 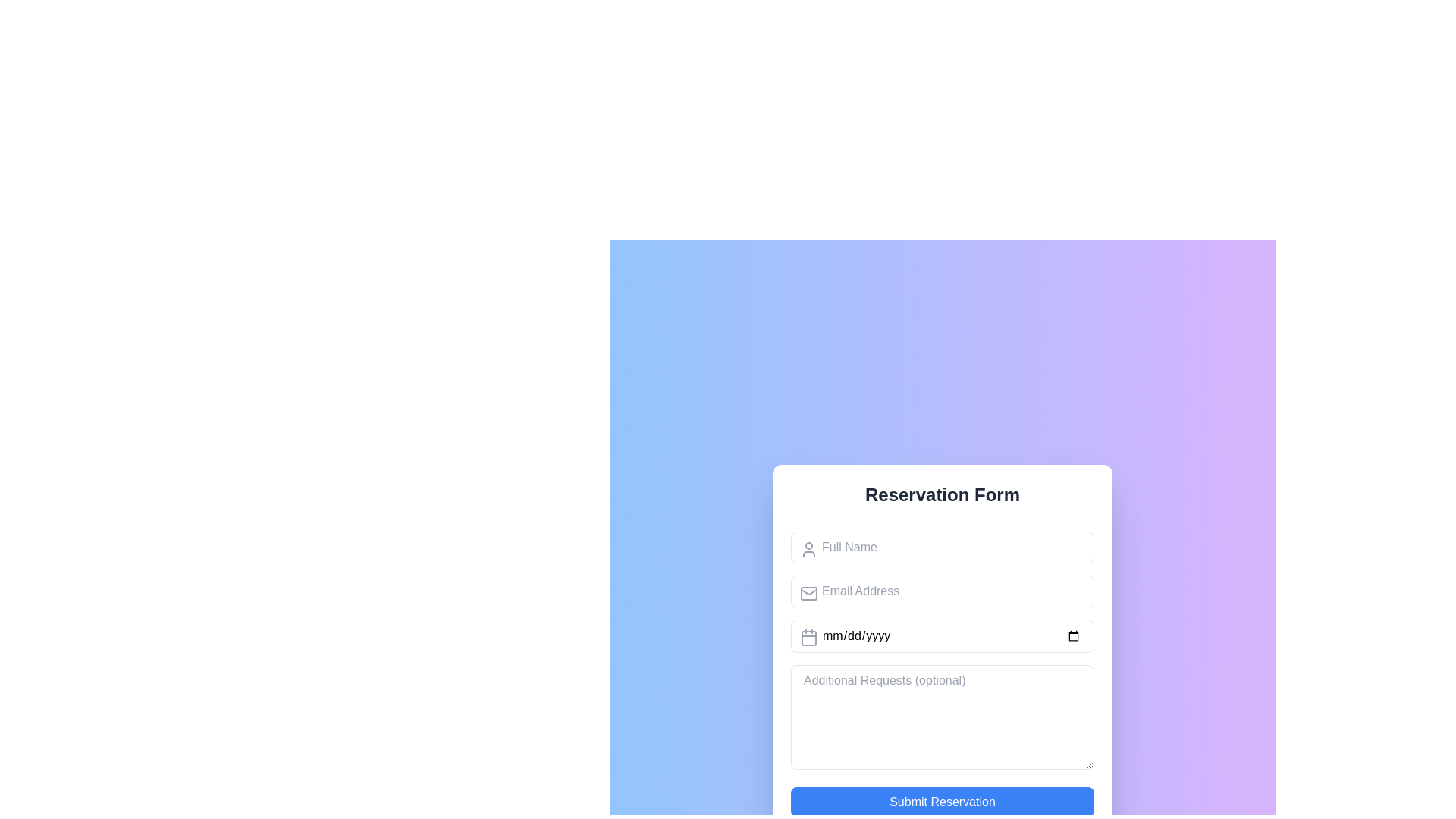 I want to click on the Date input field in the Reservation Form to input a reservation date, so click(x=942, y=635).